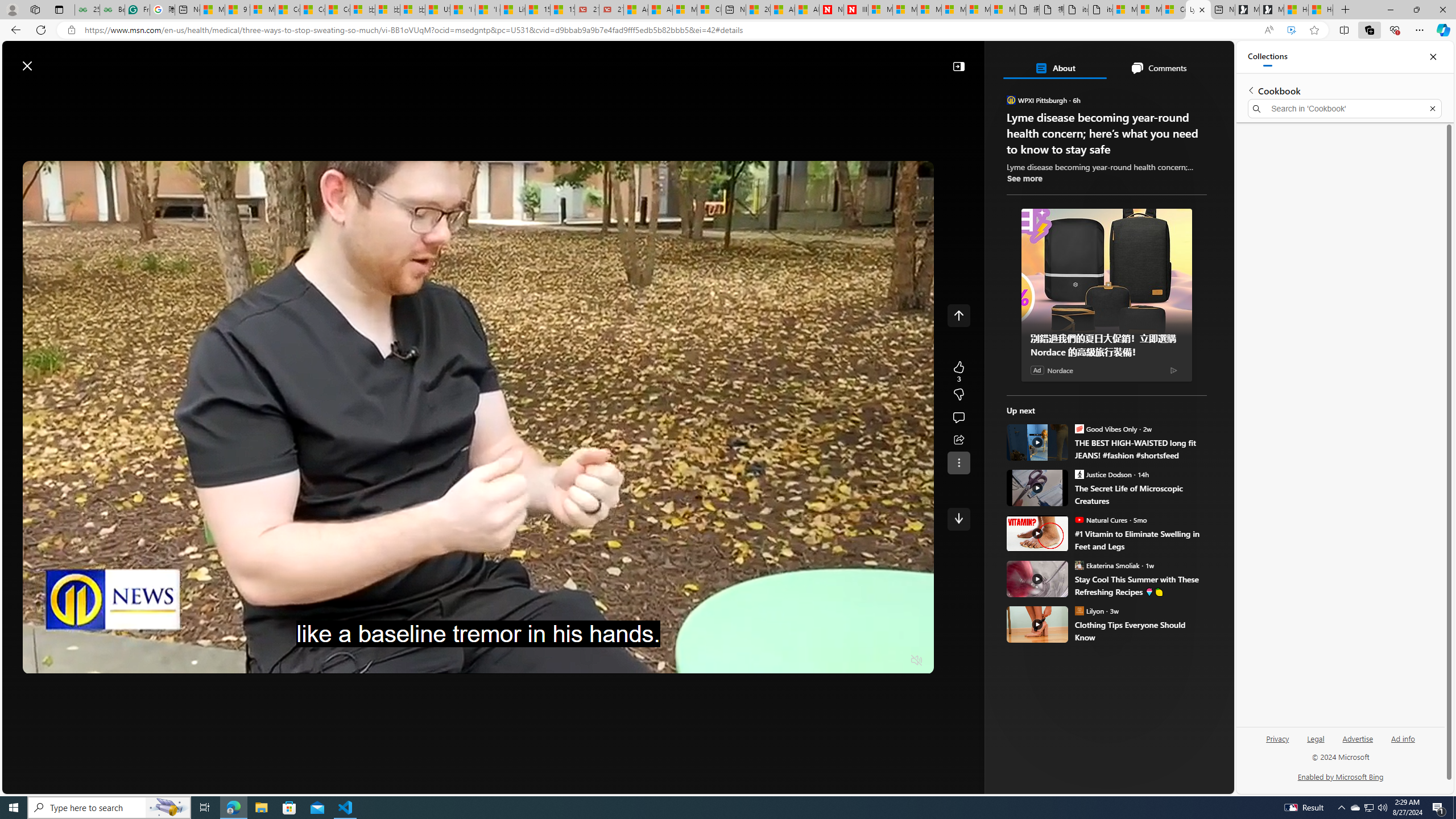 This screenshot has width=1456, height=819. Describe the element at coordinates (958, 440) in the screenshot. I see `'Share this story'` at that location.